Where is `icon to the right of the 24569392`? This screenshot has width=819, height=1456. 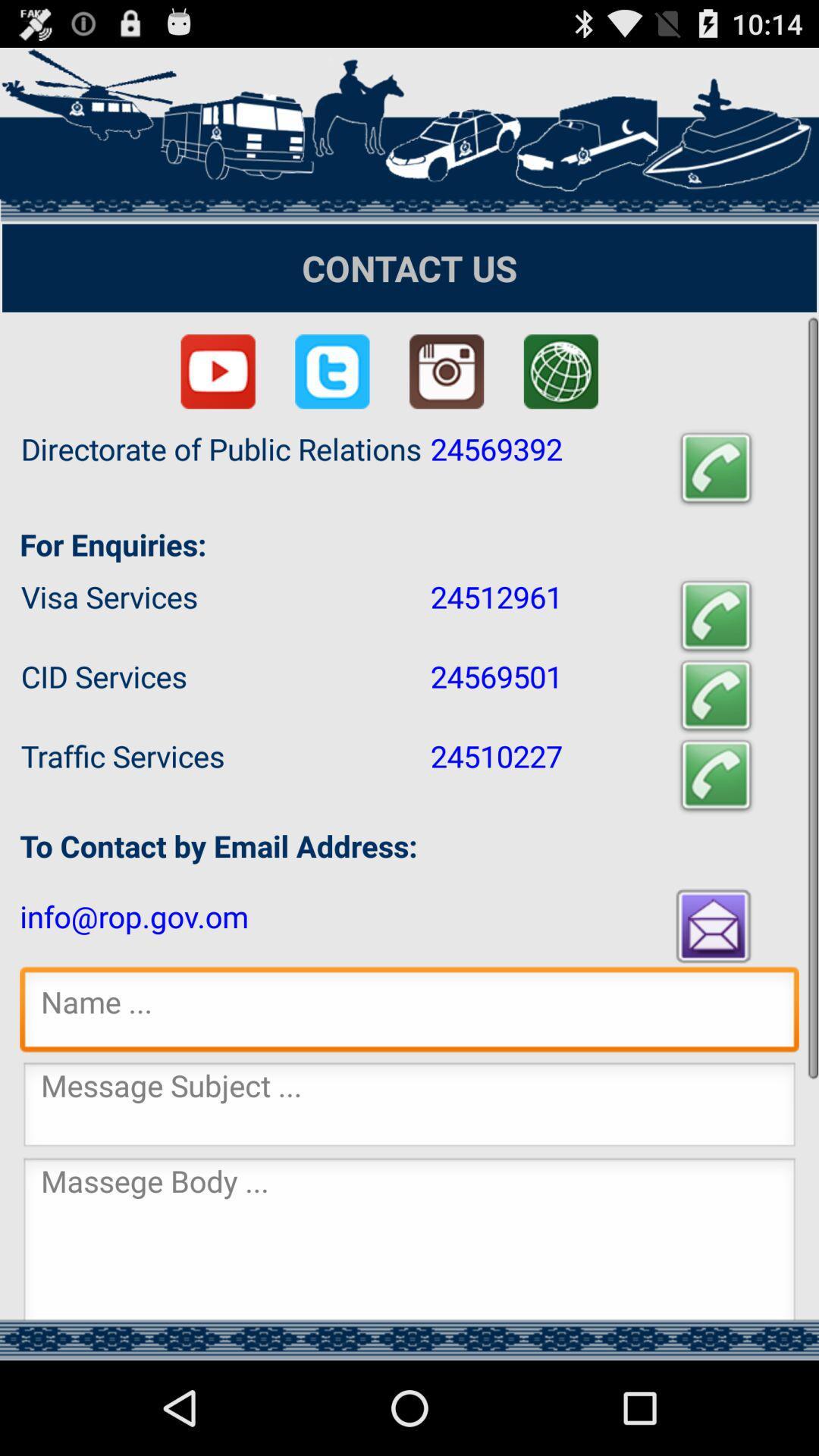 icon to the right of the 24569392 is located at coordinates (716, 468).